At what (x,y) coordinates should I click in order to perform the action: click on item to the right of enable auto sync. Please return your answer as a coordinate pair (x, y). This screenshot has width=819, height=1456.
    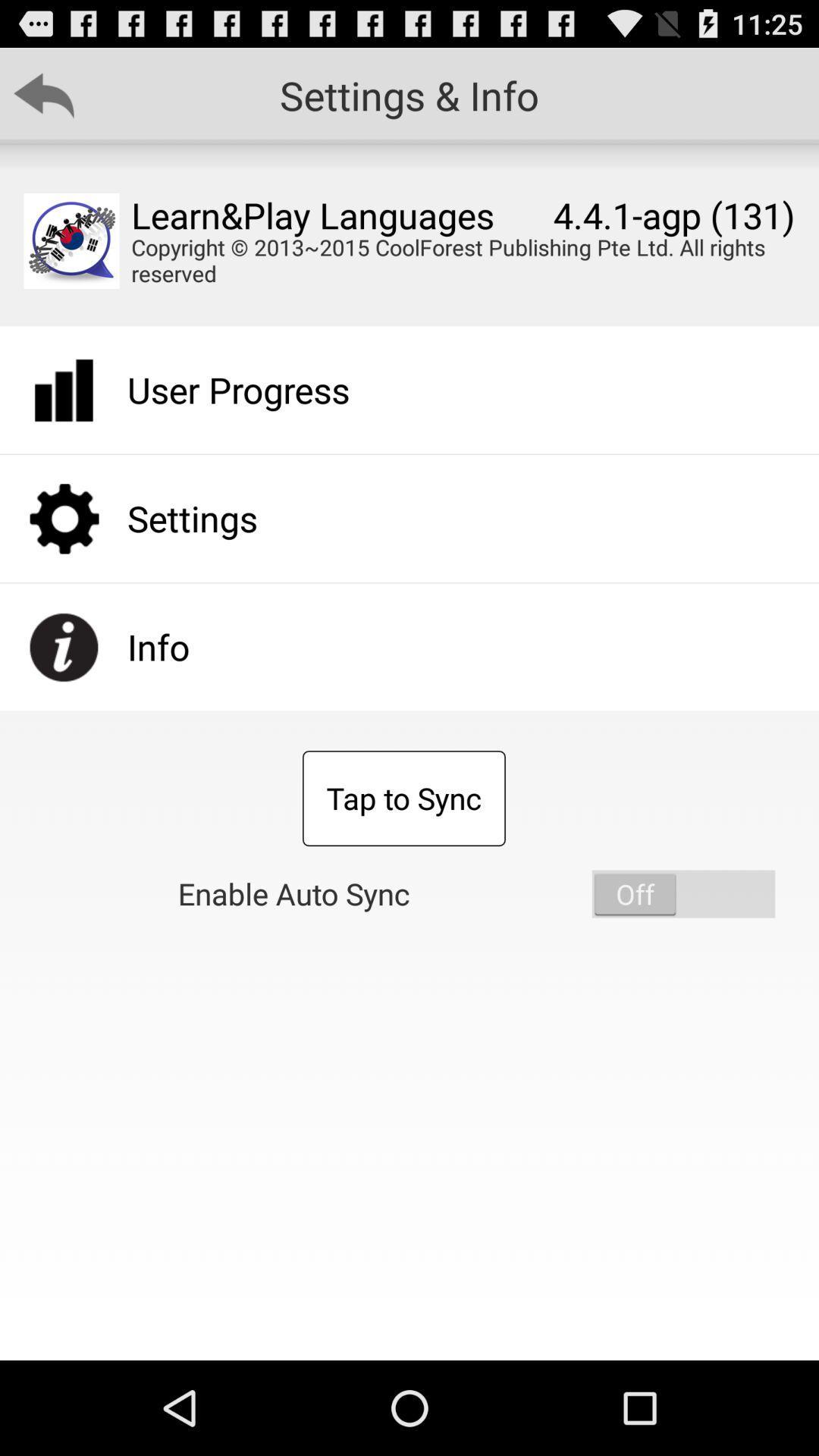
    Looking at the image, I should click on (683, 894).